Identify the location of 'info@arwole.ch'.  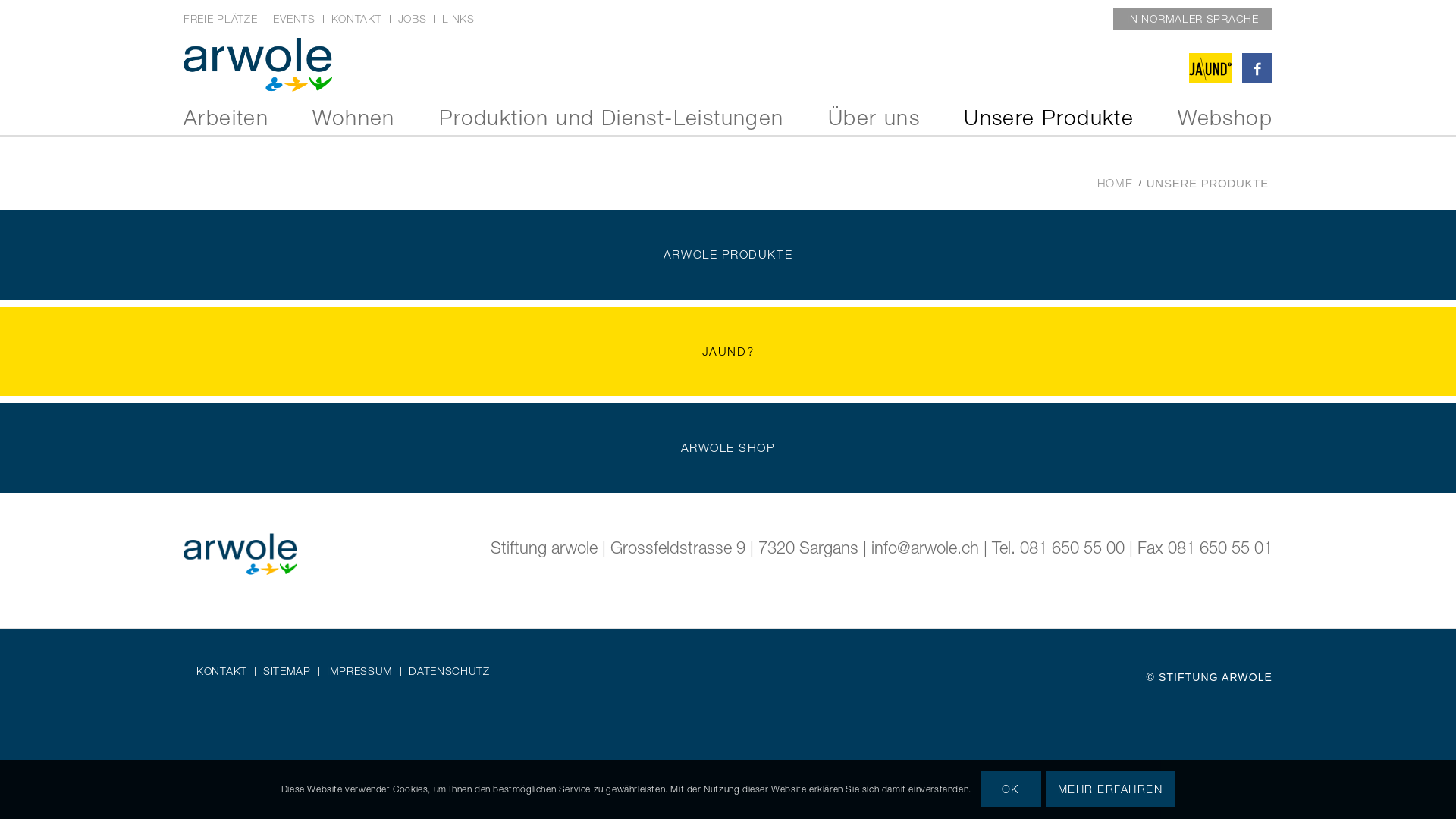
(871, 547).